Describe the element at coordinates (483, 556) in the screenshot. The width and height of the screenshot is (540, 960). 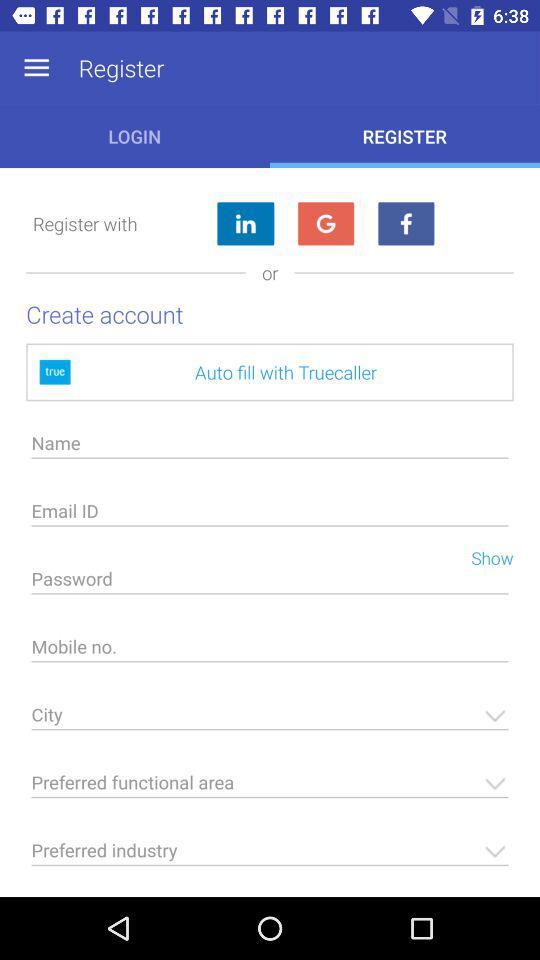
I see `the show option` at that location.